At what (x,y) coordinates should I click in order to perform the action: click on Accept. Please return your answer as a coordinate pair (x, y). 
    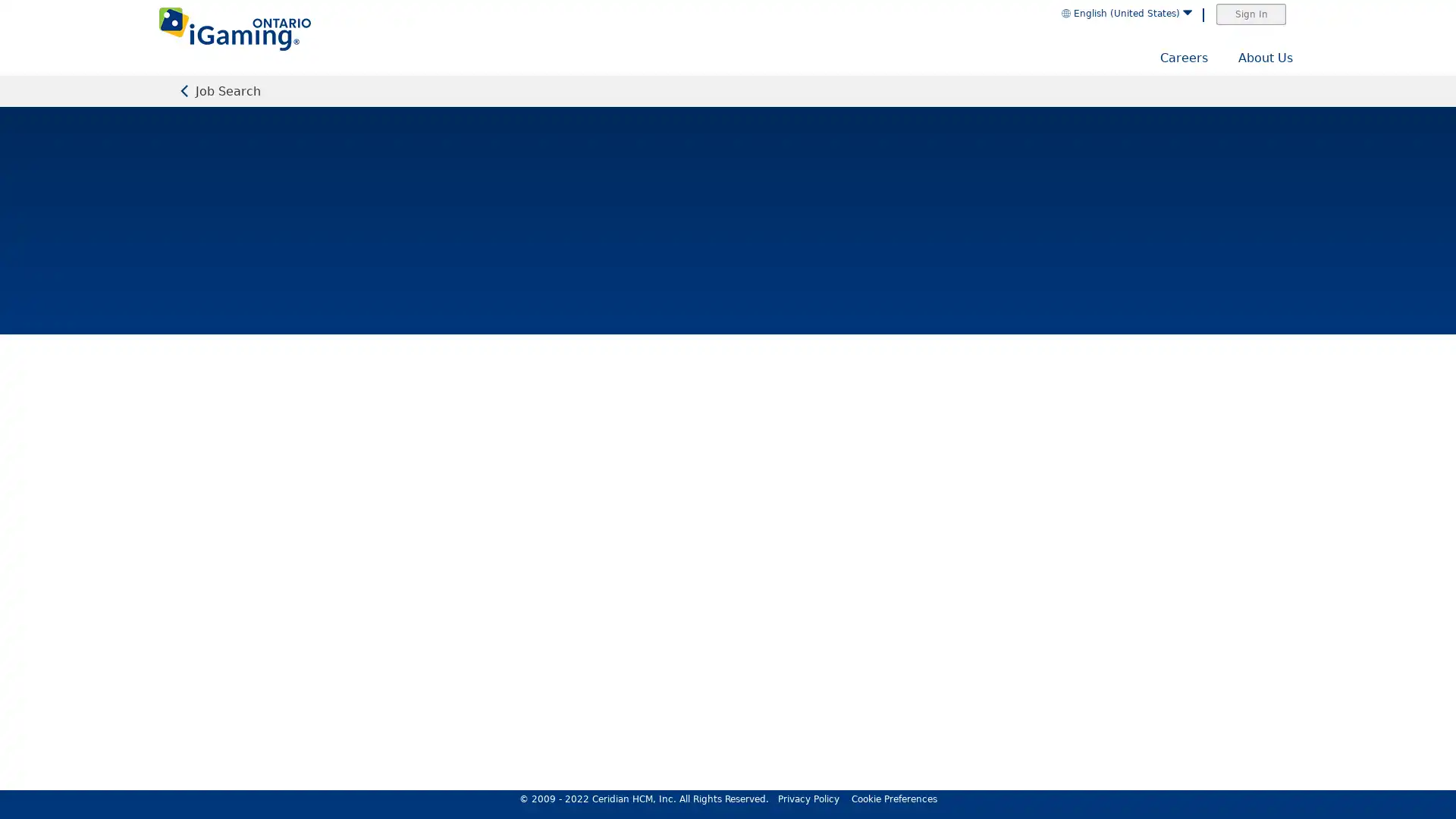
    Looking at the image, I should click on (1387, 771).